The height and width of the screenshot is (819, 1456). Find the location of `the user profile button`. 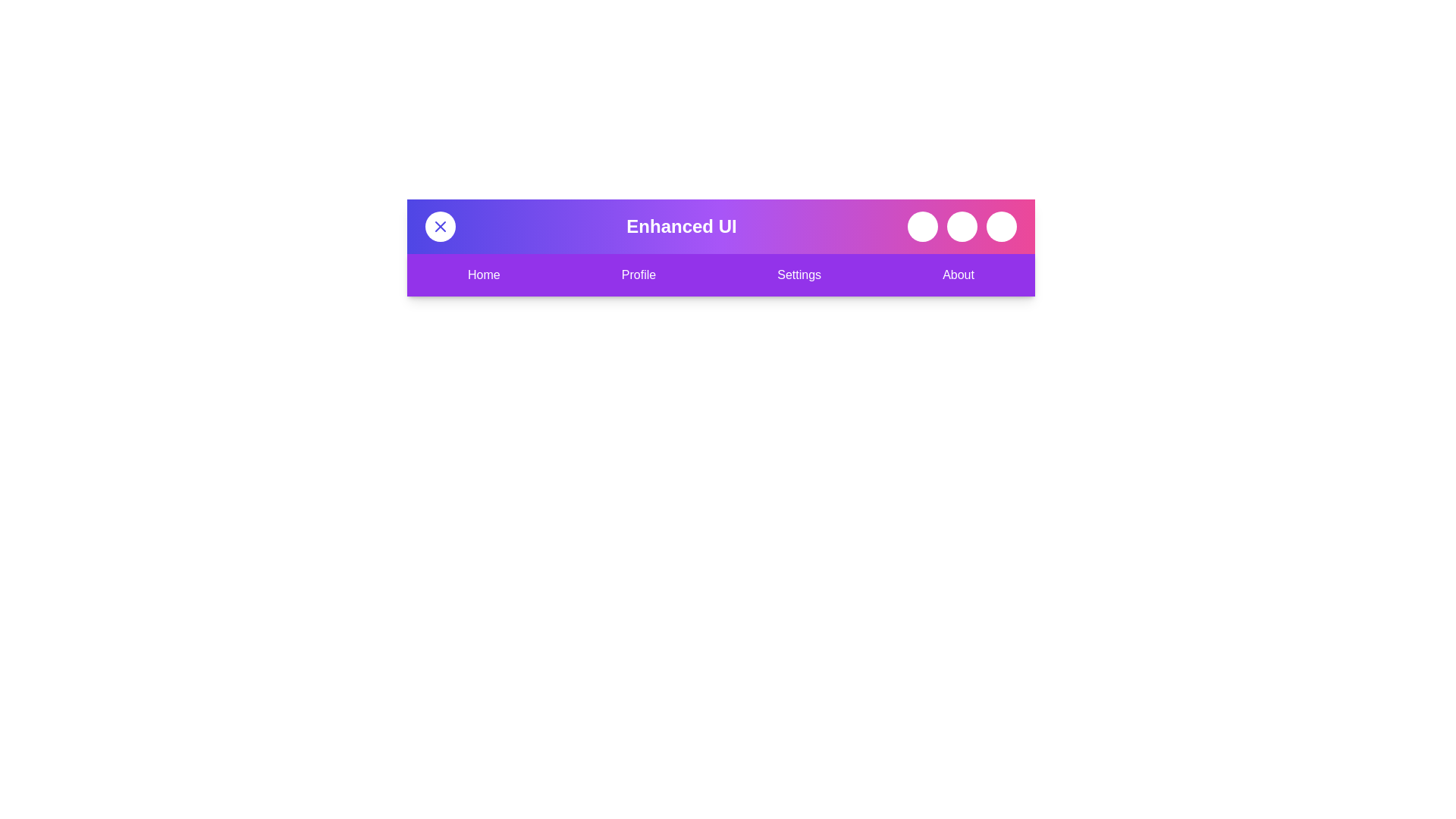

the user profile button is located at coordinates (1001, 227).